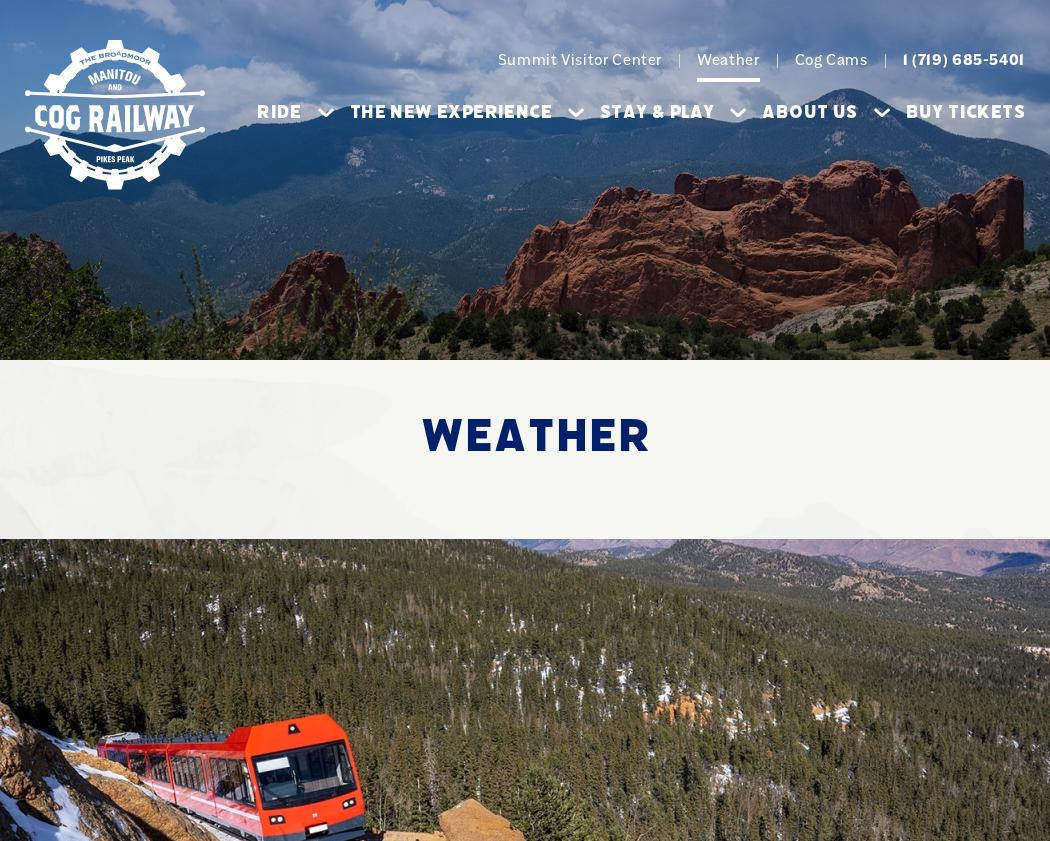 The image size is (1050, 841). Describe the element at coordinates (544, 419) in the screenshot. I see `'Contact Us'` at that location.